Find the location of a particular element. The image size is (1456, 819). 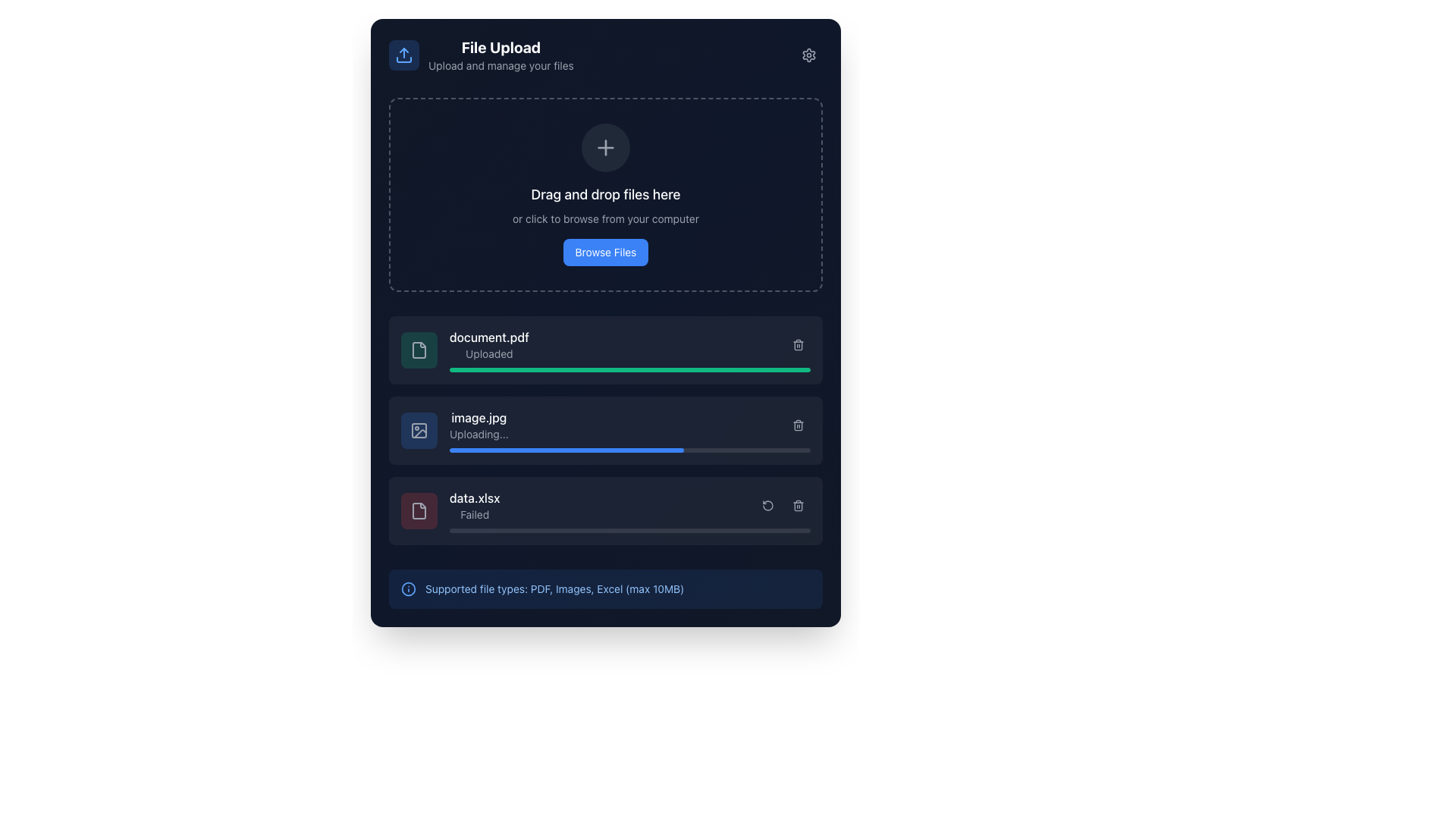

the progress is located at coordinates (760, 529).